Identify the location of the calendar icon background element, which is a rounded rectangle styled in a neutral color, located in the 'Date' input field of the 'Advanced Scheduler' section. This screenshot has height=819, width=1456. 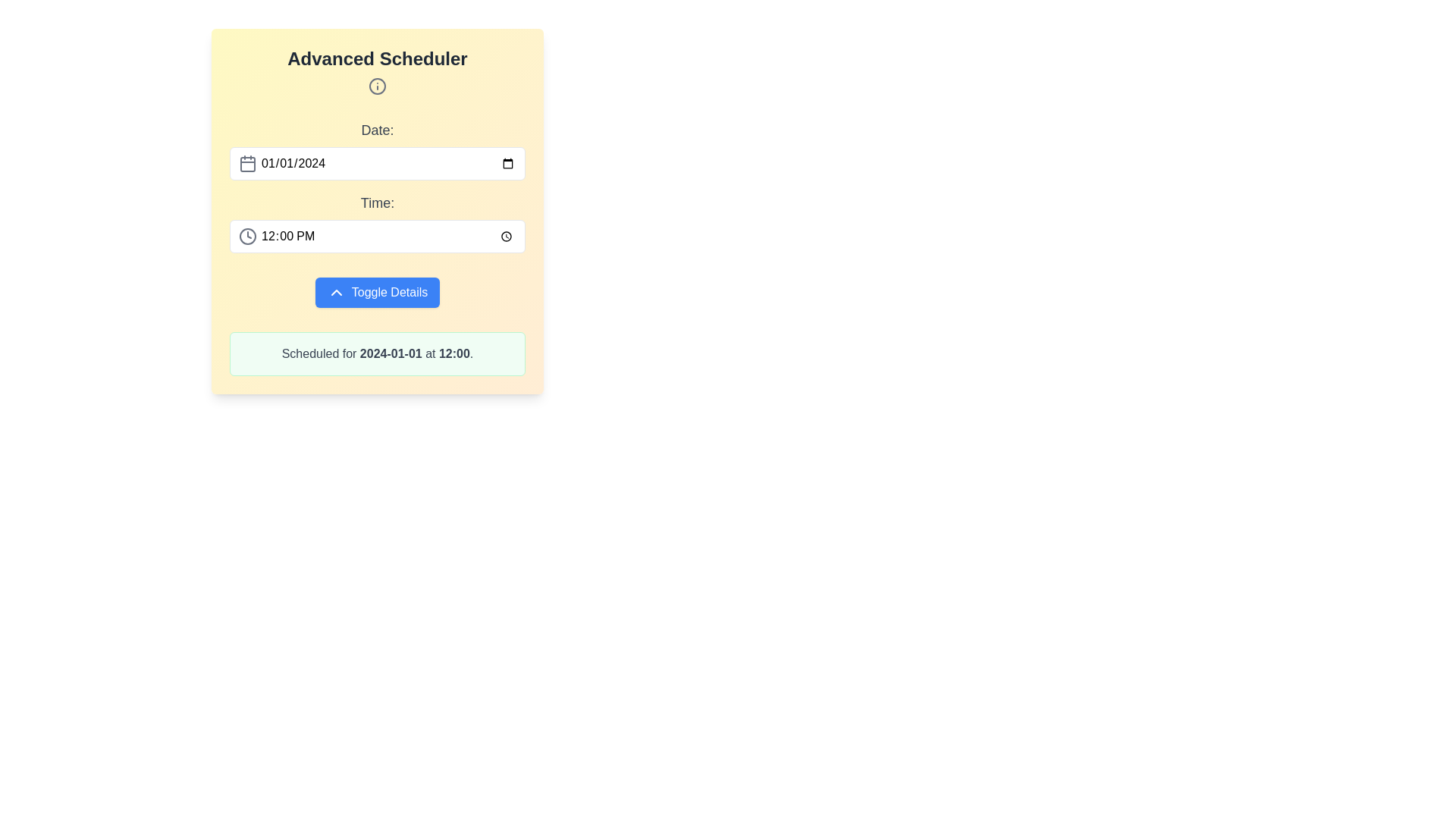
(247, 164).